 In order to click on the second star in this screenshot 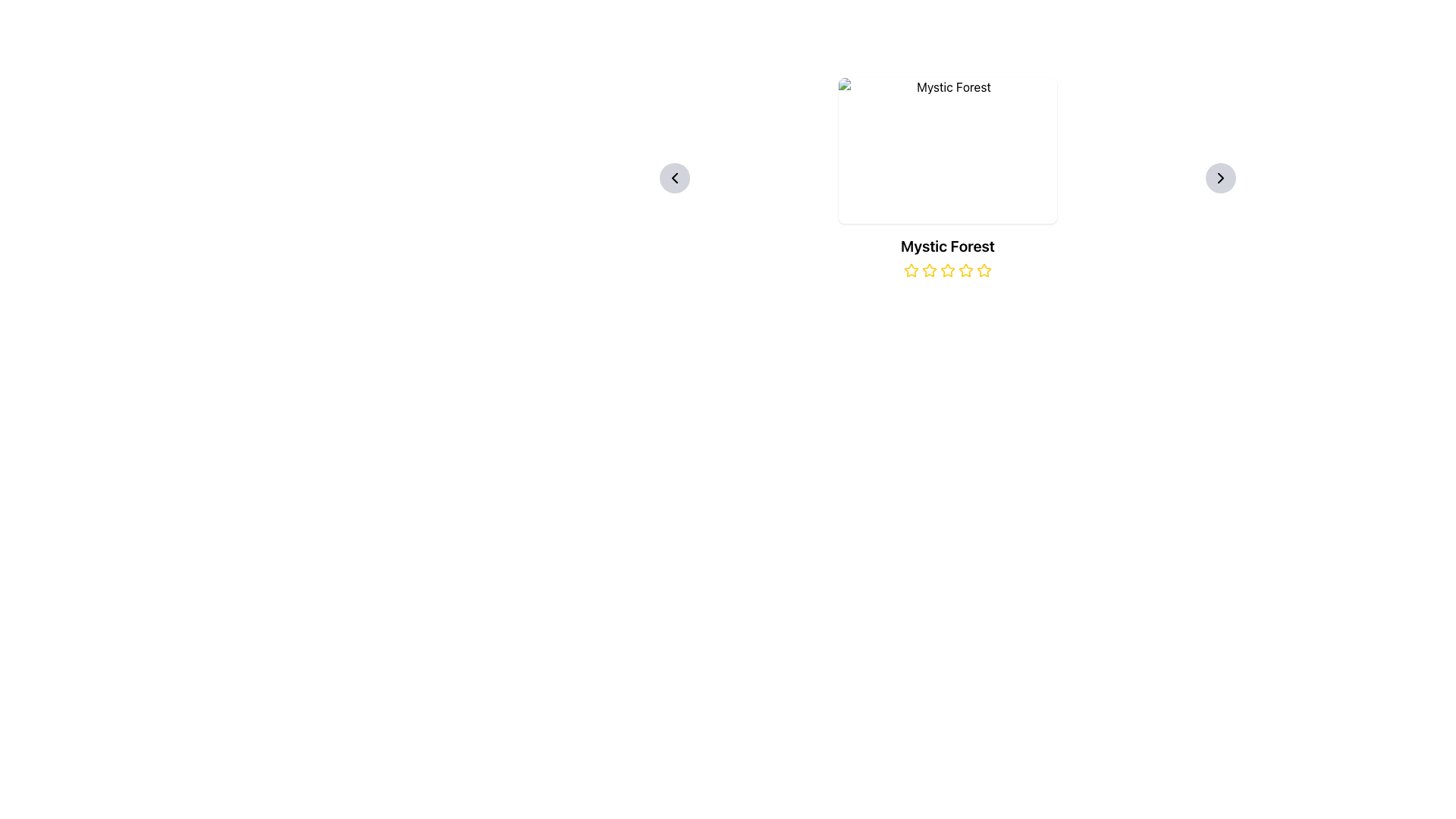, I will do `click(928, 269)`.